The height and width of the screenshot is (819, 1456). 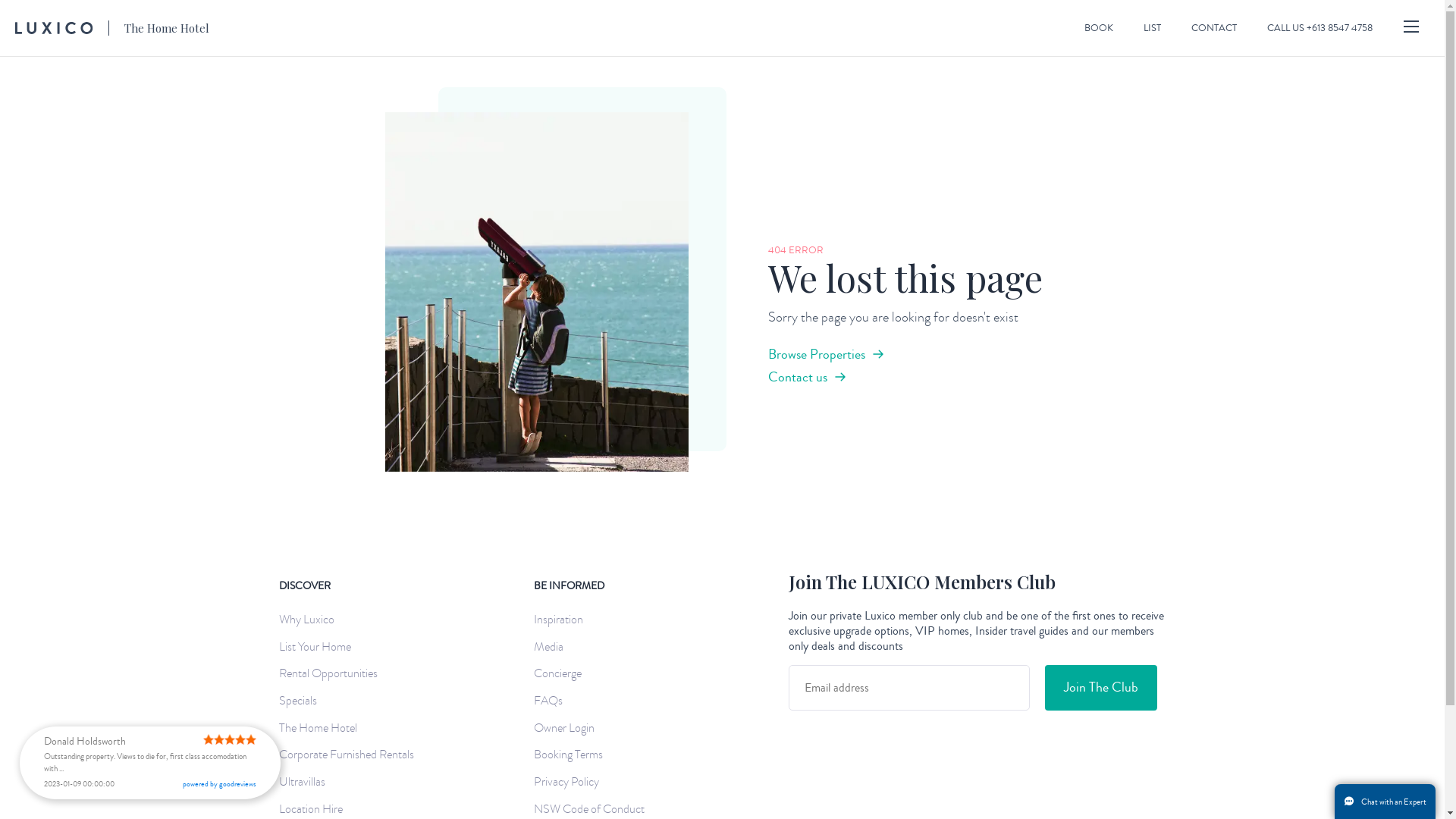 What do you see at coordinates (551, 647) in the screenshot?
I see `'Media'` at bounding box center [551, 647].